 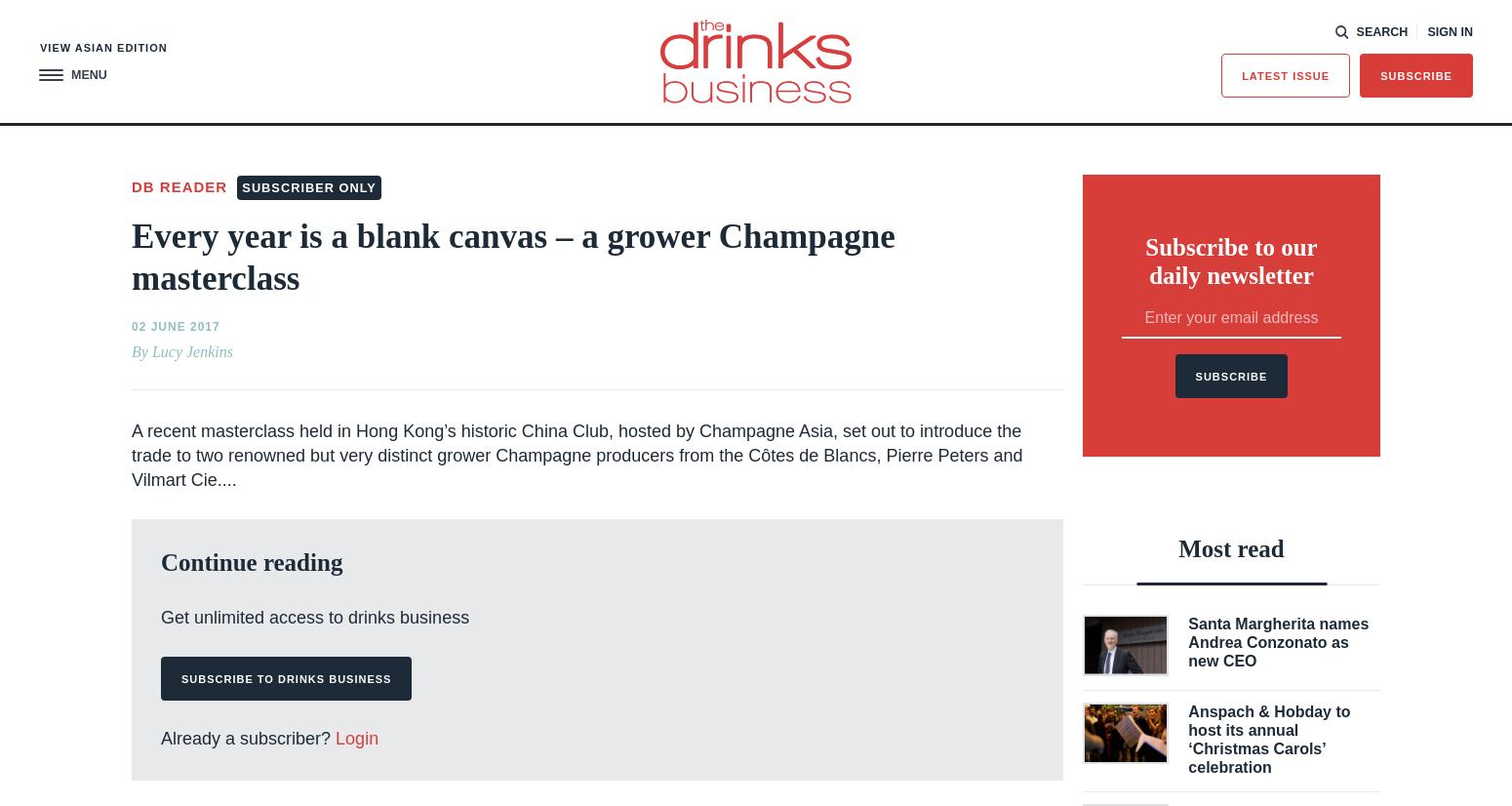 I want to click on 'A recent masterclass held in Hong Kong’s historic China Club, hosted by Champagne Asia, set out to introduce the trade to two renowned but very distinct grower Champagne producers from the Côtes de Blancs, Pierre Peters and Vilmart Cie....', so click(x=577, y=454).